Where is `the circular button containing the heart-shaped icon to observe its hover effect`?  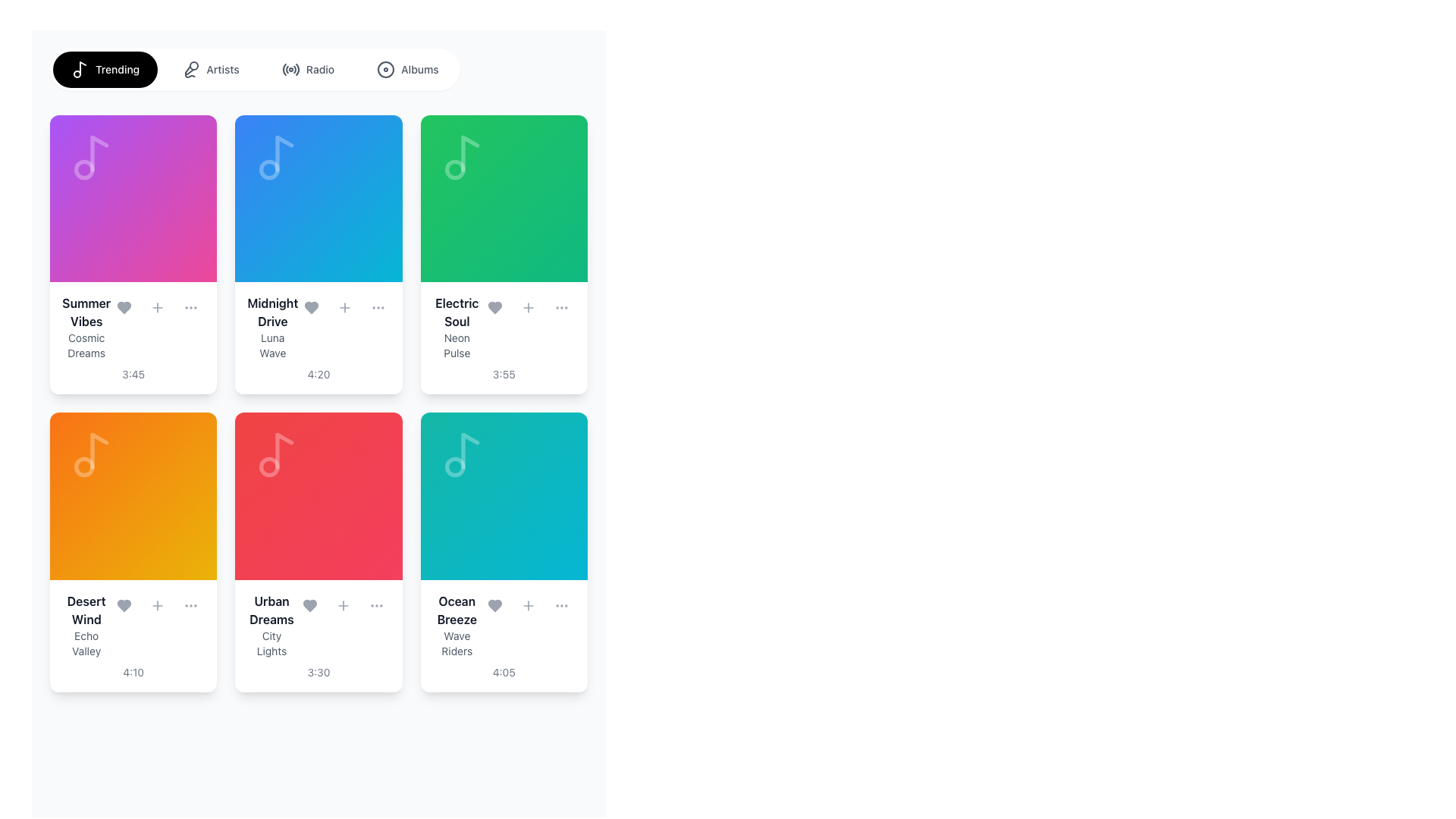
the circular button containing the heart-shaped icon to observe its hover effect is located at coordinates (309, 604).